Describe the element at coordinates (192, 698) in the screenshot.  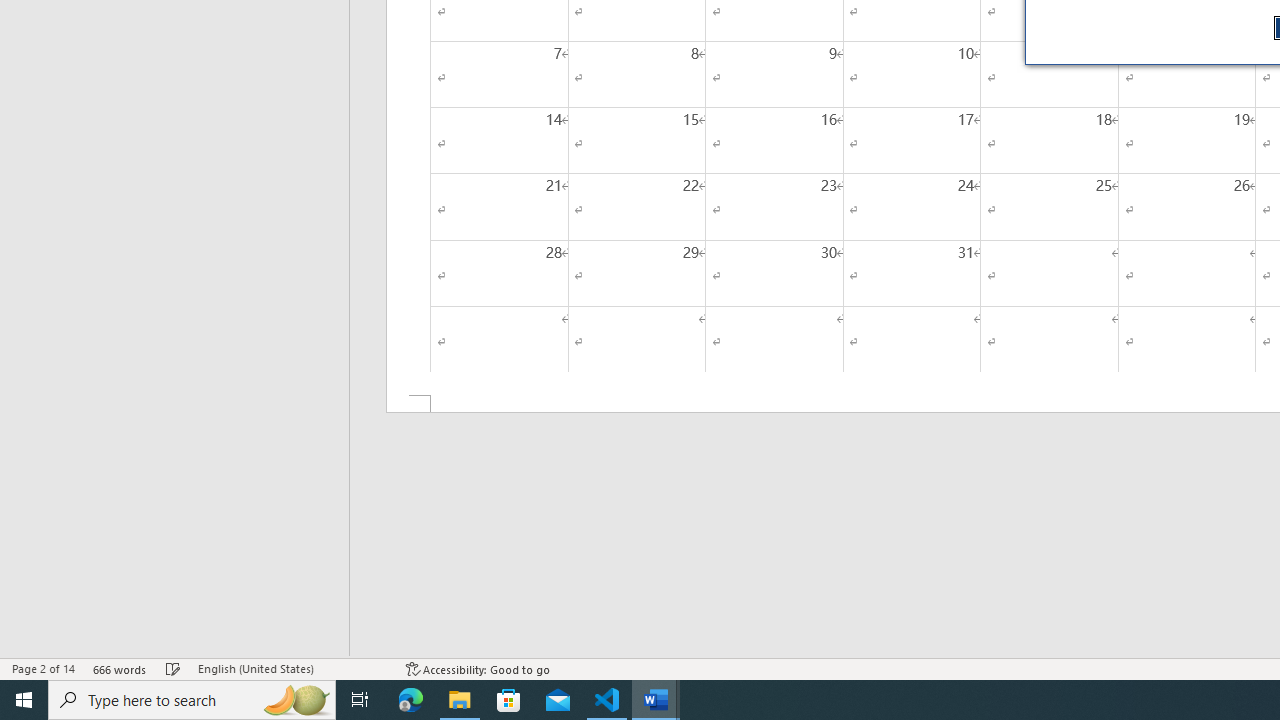
I see `'Type here to search'` at that location.